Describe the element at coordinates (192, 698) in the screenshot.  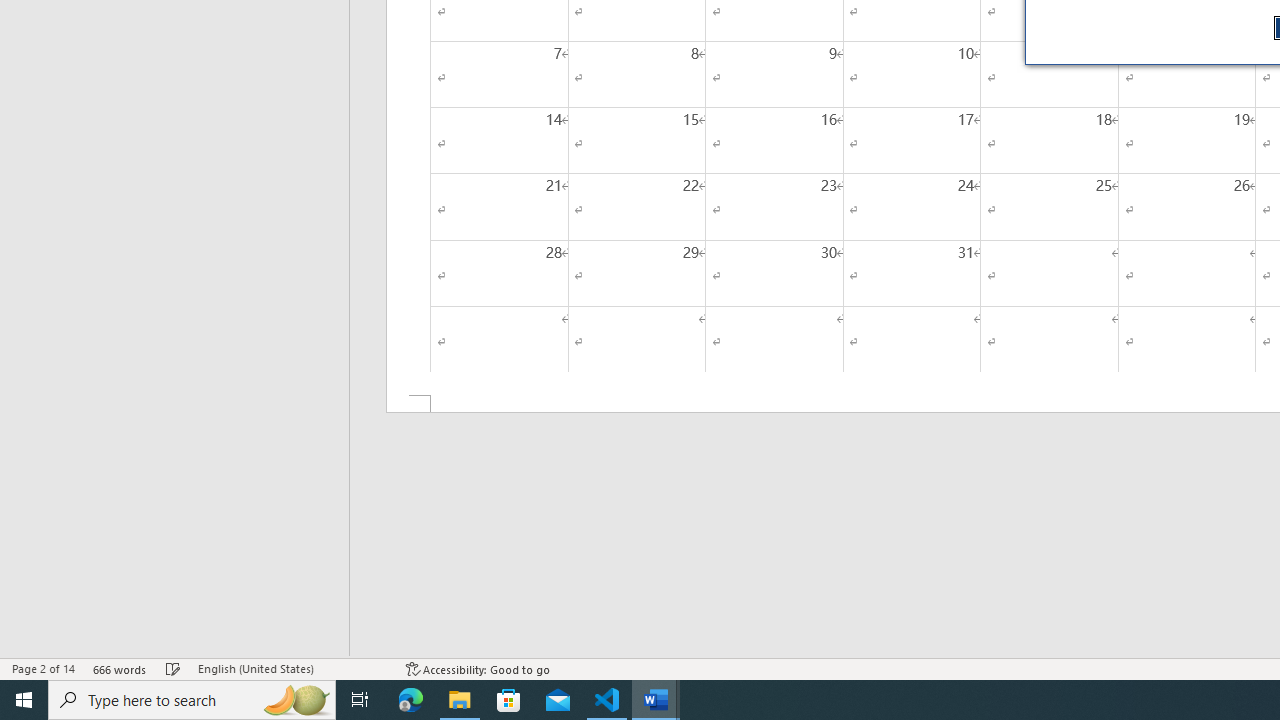
I see `'Type here to search'` at that location.